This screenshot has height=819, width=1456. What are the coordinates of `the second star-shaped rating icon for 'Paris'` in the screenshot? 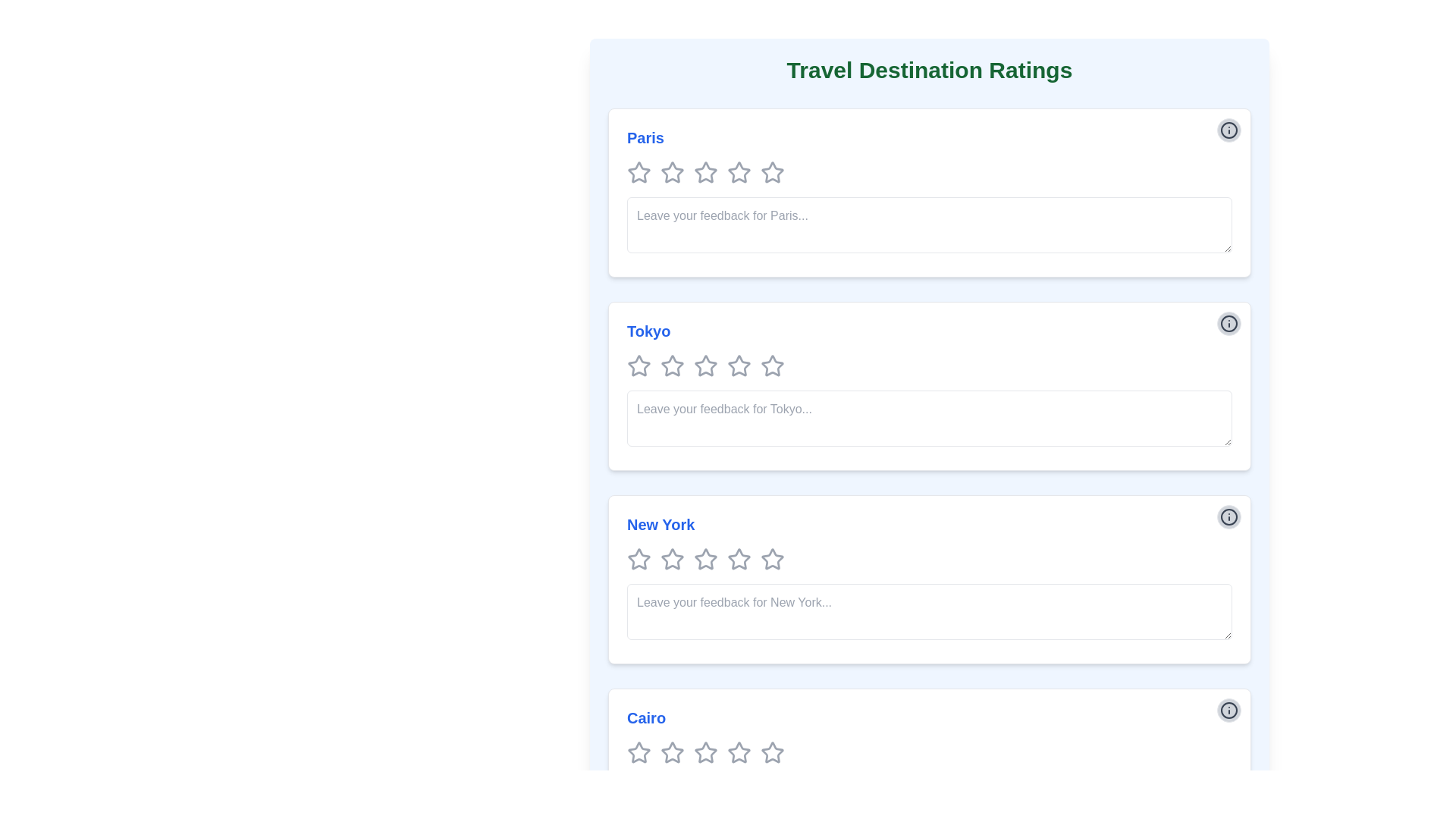 It's located at (772, 171).